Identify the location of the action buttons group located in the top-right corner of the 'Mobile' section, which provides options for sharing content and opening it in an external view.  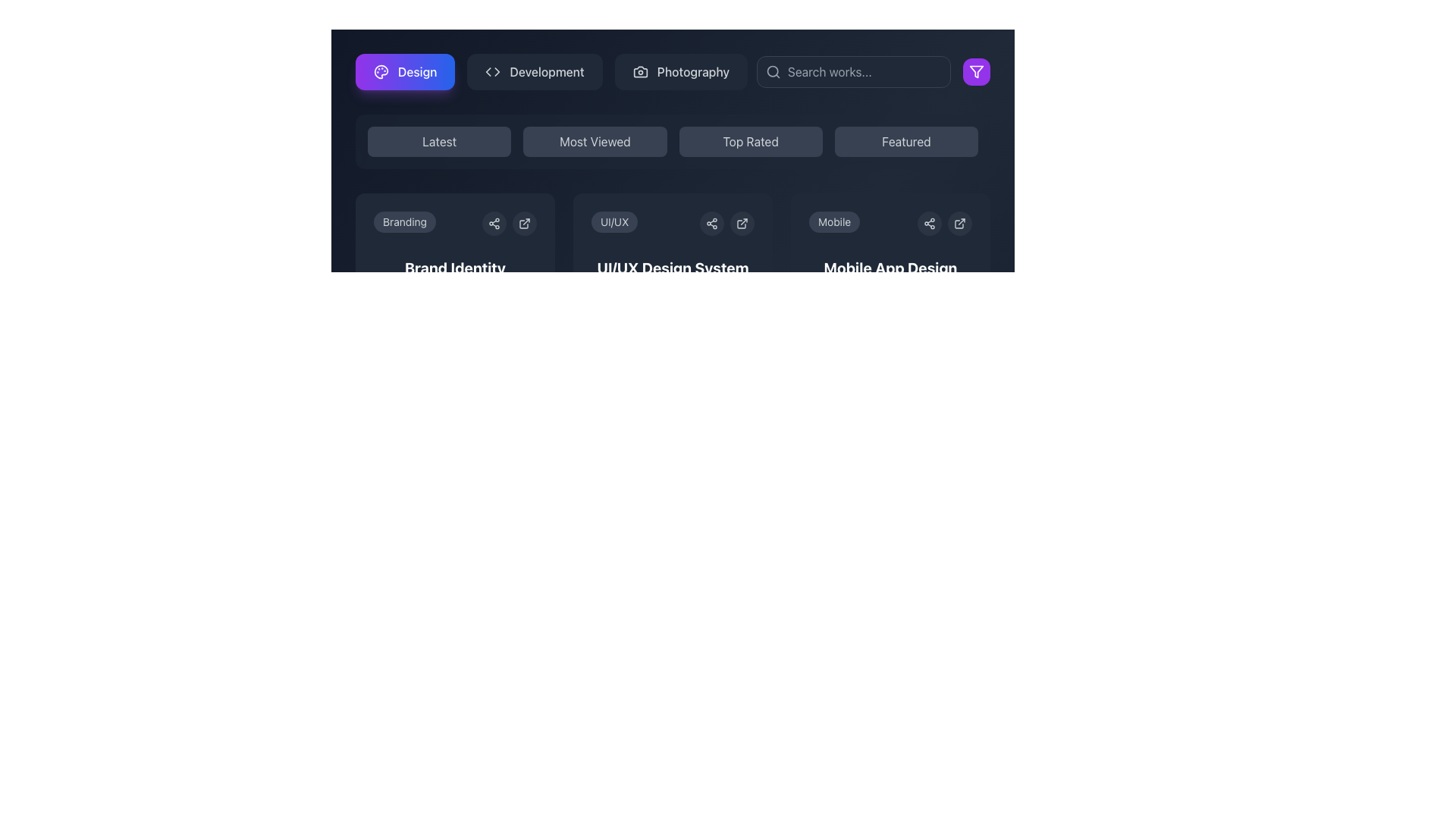
(944, 223).